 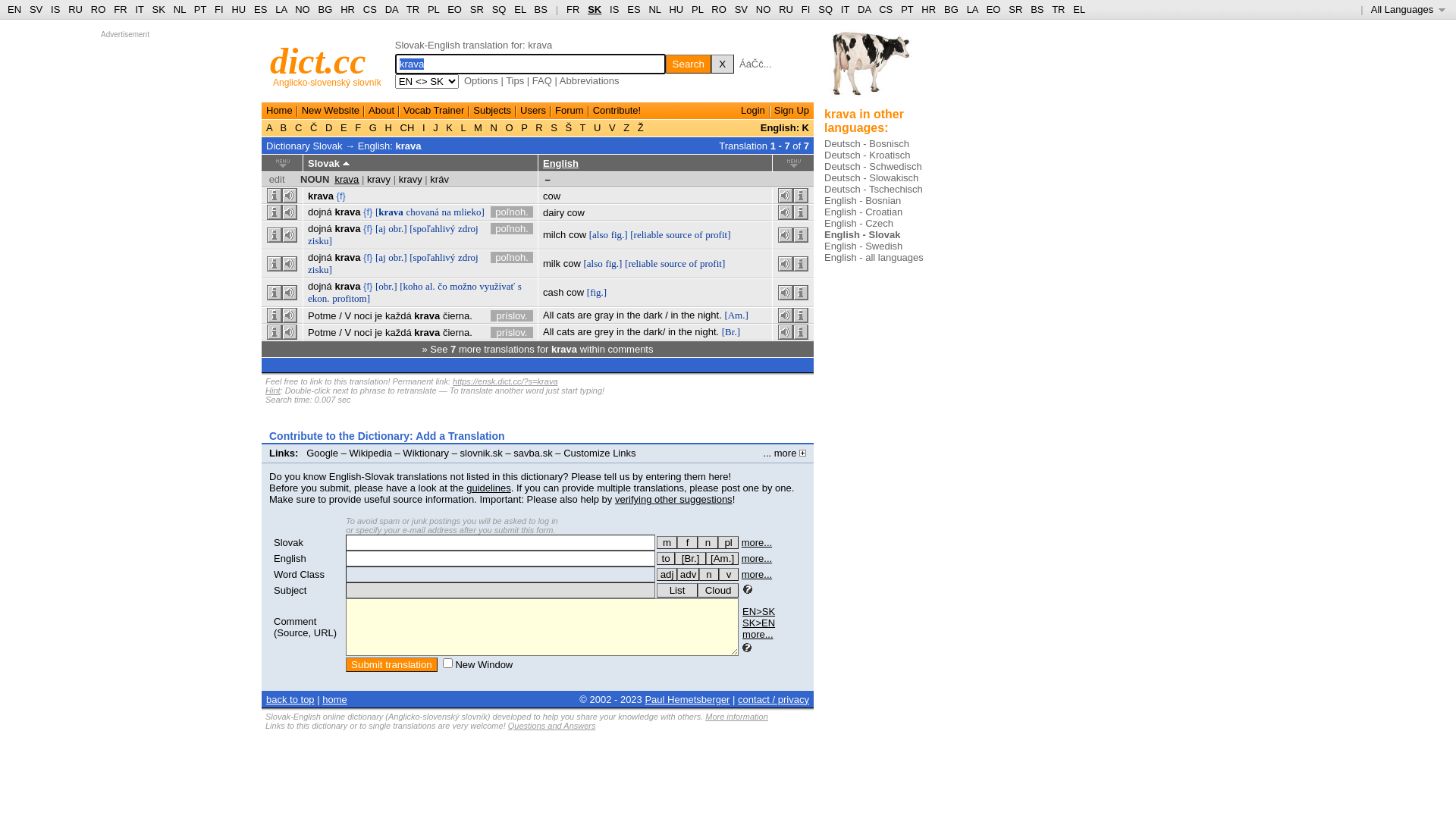 I want to click on 'ES', so click(x=633, y=9).